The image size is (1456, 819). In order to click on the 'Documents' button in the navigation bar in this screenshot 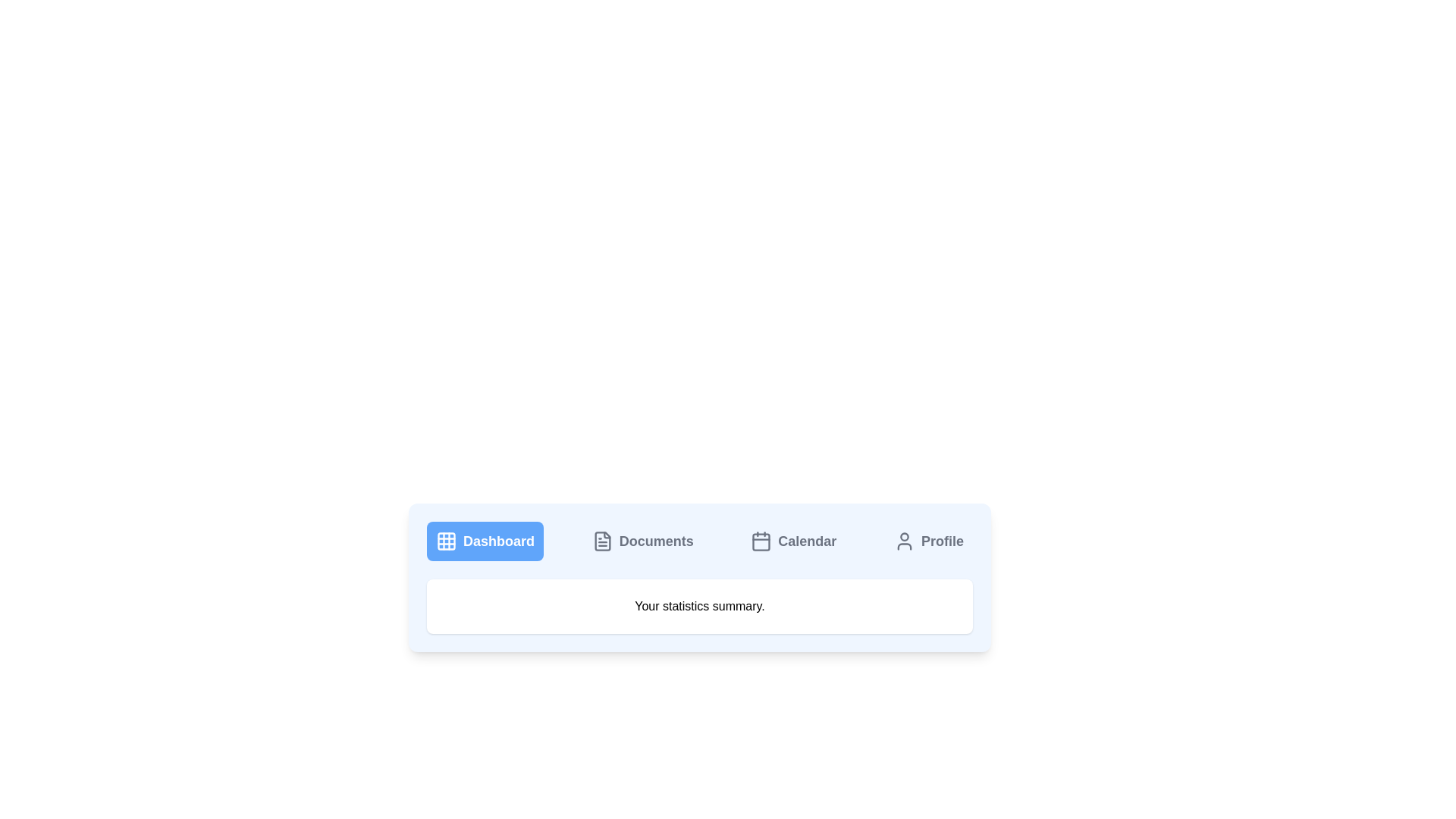, I will do `click(642, 540)`.